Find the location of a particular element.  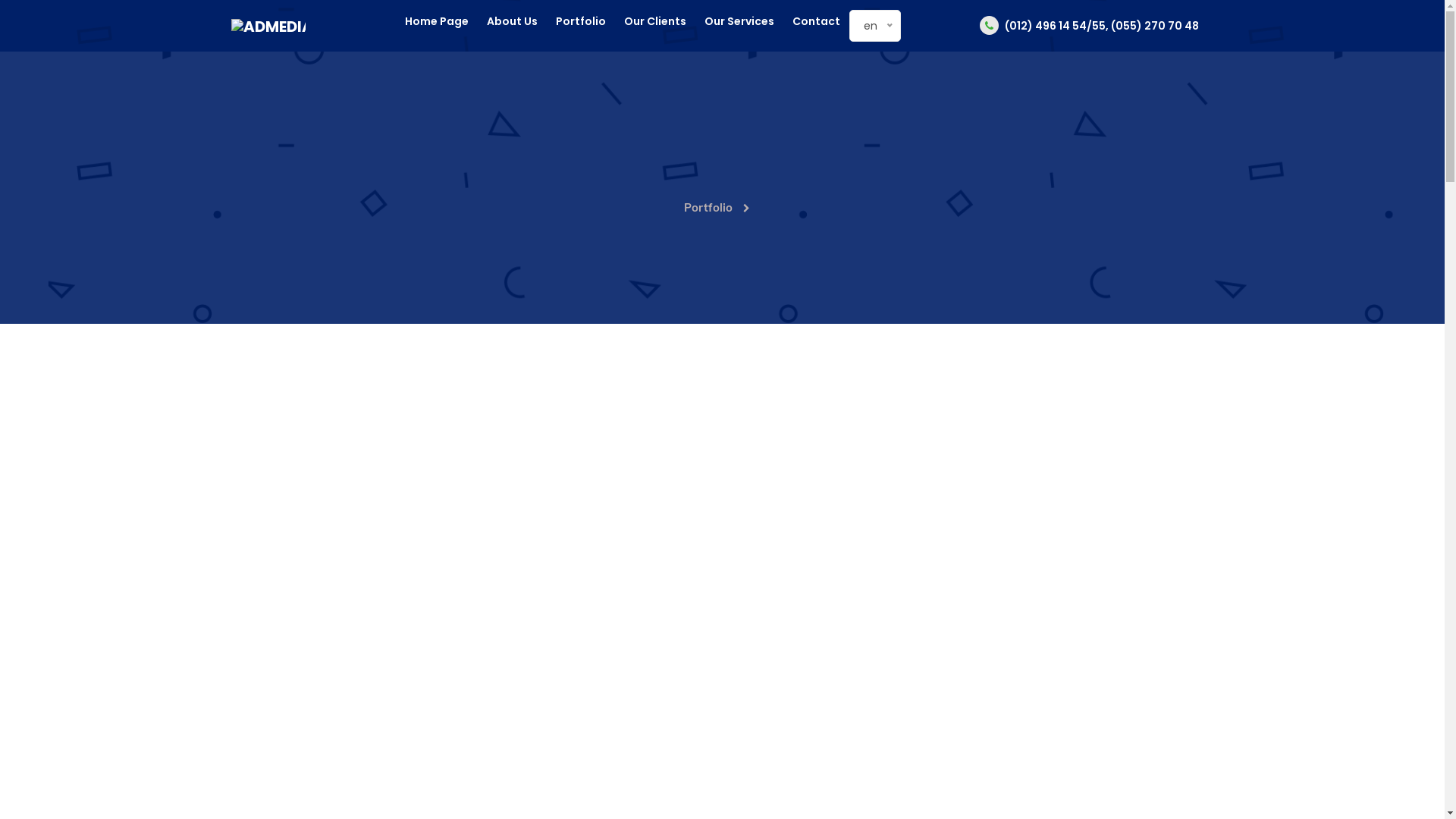

'Home Page' is located at coordinates (436, 21).